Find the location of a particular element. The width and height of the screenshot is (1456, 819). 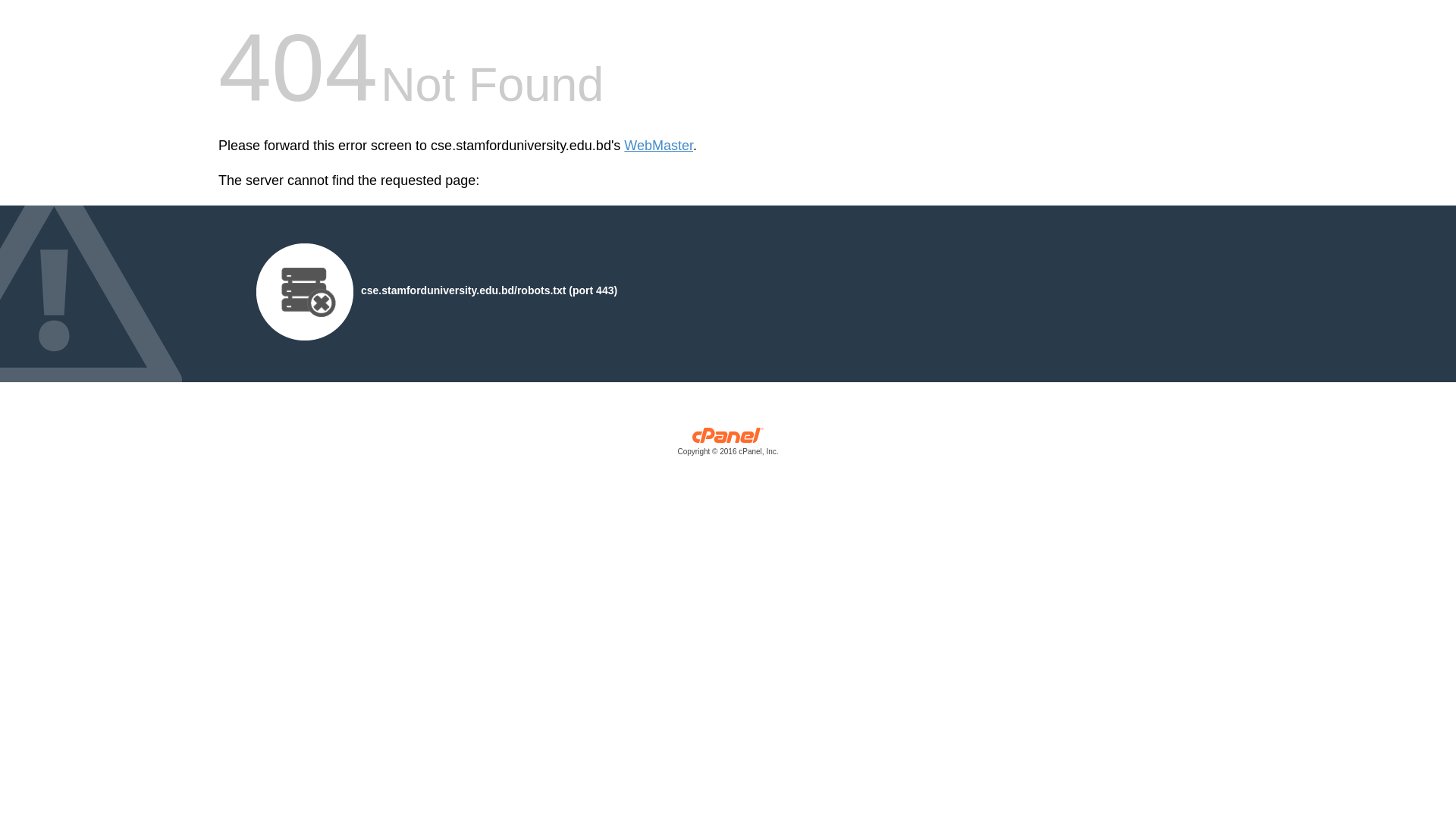

'WebMaster' is located at coordinates (658, 146).